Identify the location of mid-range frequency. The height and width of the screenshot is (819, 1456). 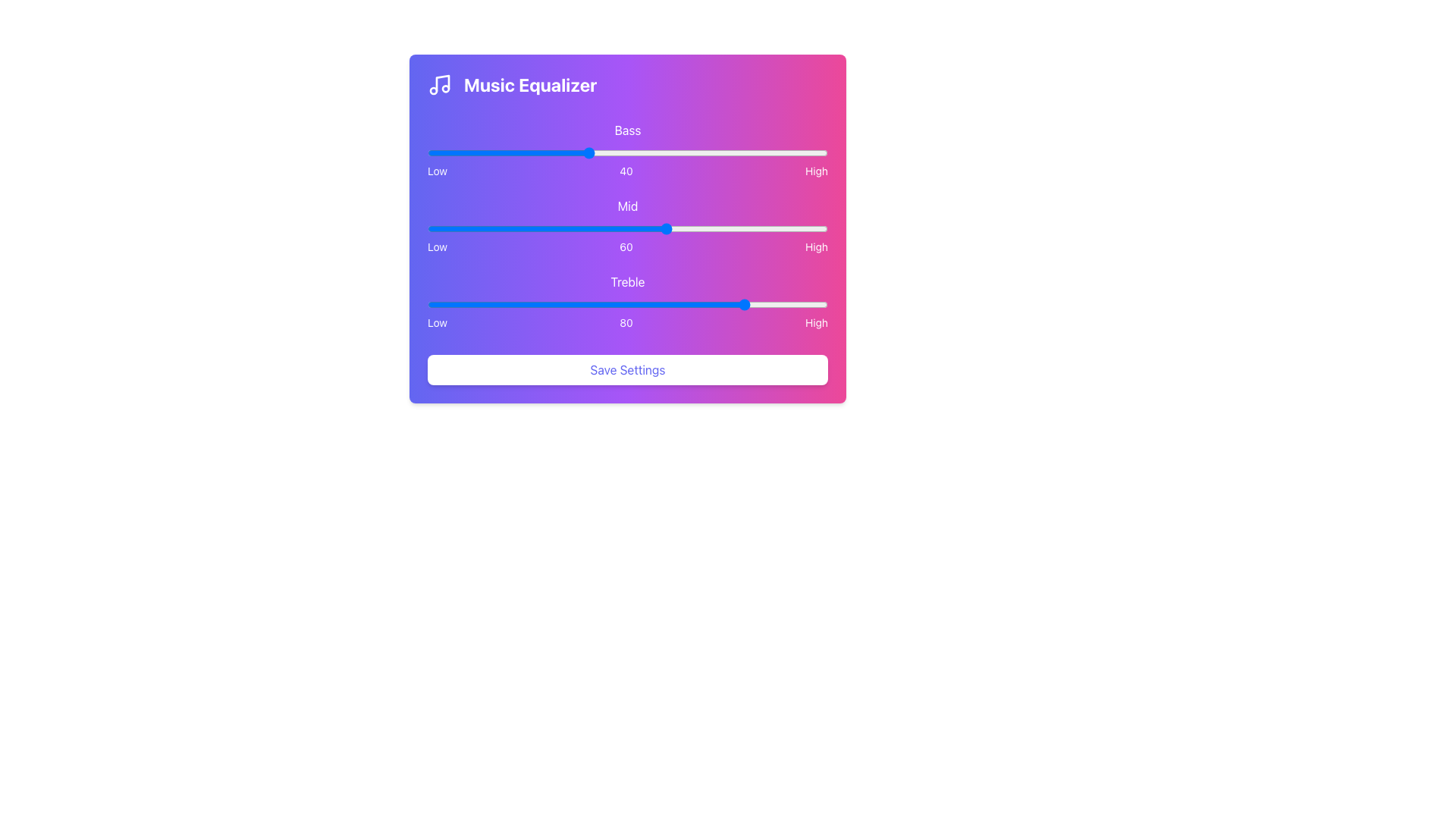
(582, 228).